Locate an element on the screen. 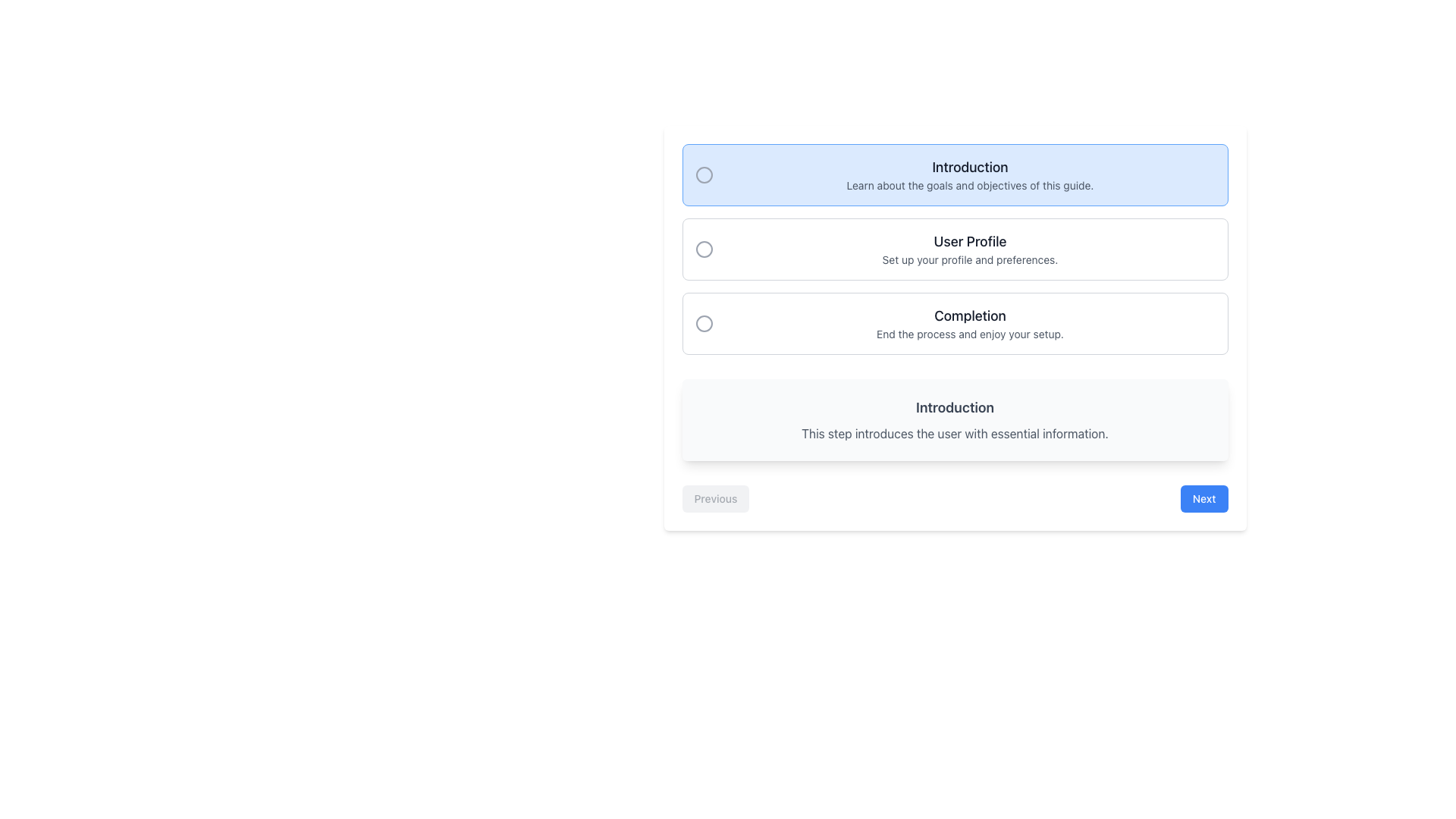 This screenshot has height=819, width=1456. the rectangular blue button with rounded corners labeled 'Next' to proceed to the next step is located at coordinates (1203, 499).